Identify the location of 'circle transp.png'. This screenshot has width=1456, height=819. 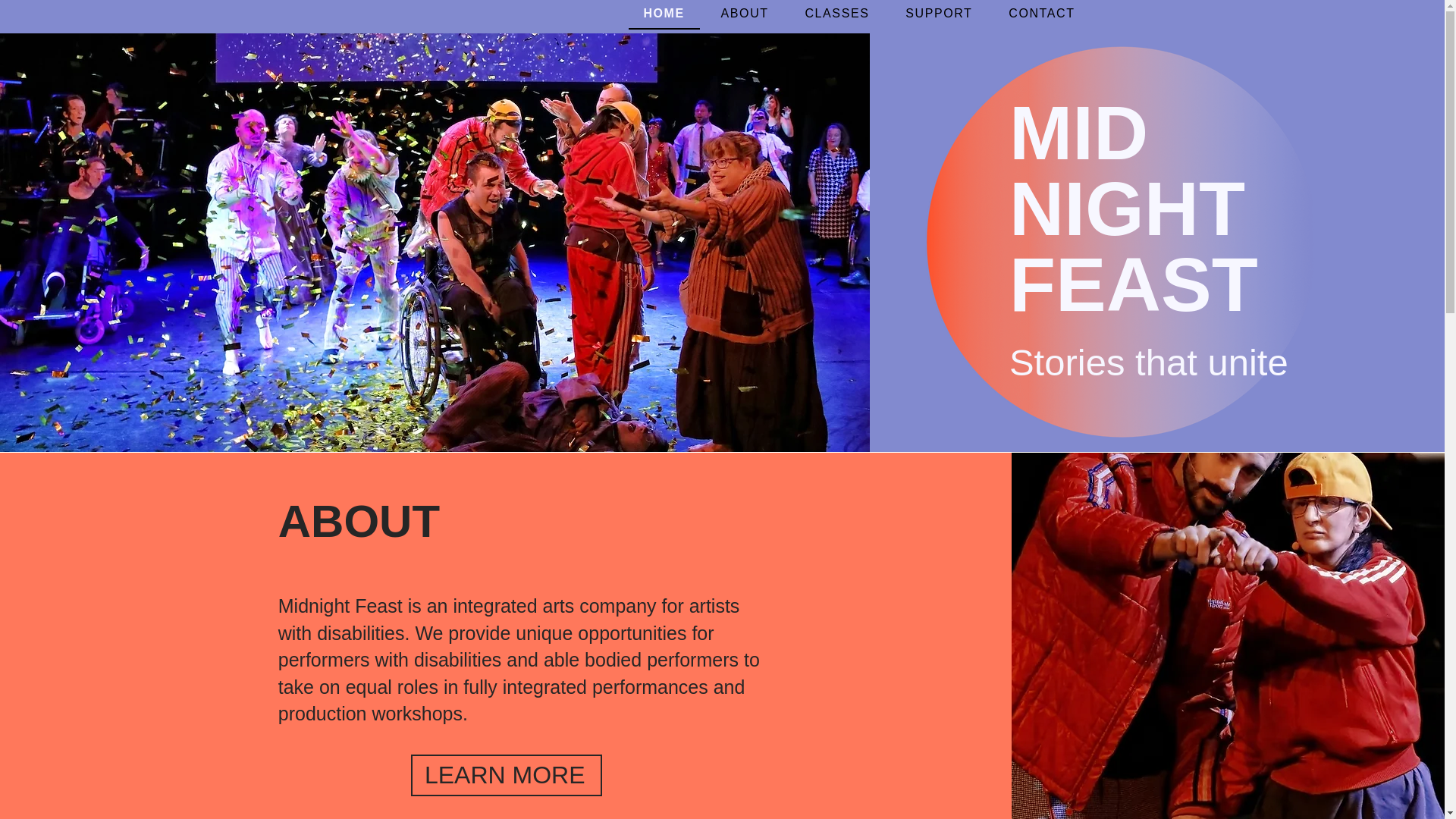
(1122, 241).